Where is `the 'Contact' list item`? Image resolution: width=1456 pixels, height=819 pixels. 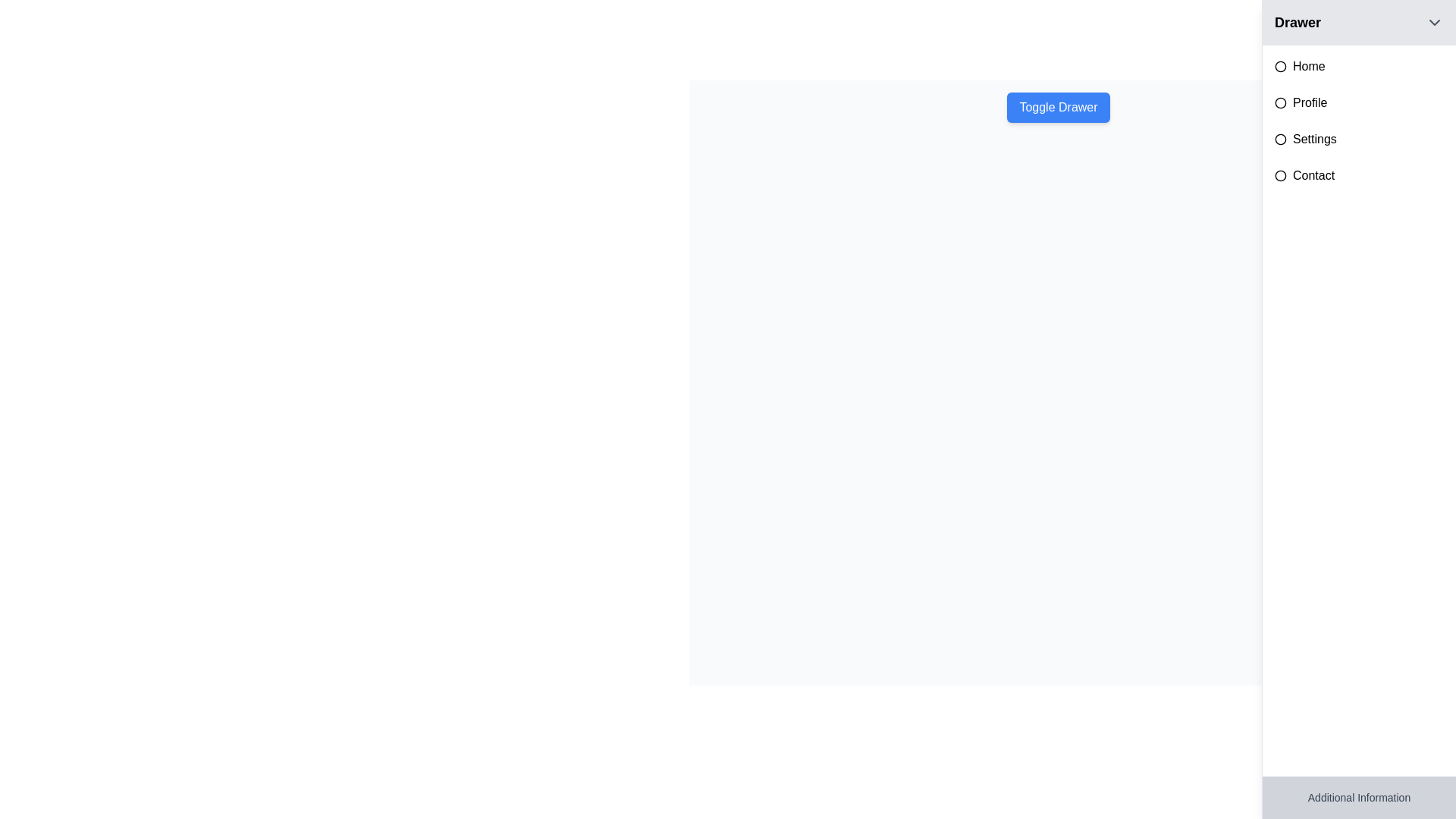
the 'Contact' list item is located at coordinates (1359, 174).